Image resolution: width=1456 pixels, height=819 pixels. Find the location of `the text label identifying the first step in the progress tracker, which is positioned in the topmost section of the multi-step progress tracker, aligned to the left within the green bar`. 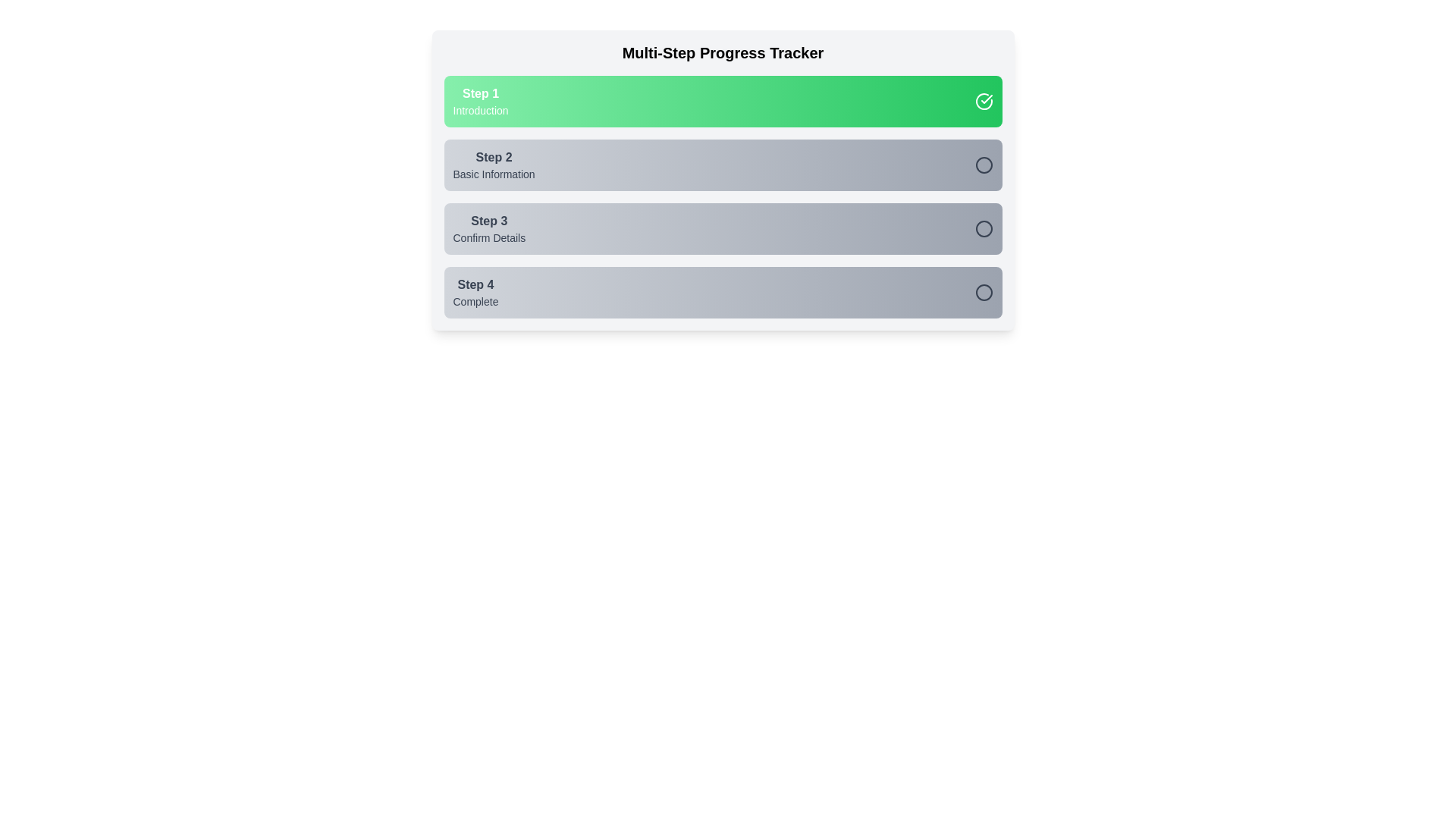

the text label identifying the first step in the progress tracker, which is positioned in the topmost section of the multi-step progress tracker, aligned to the left within the green bar is located at coordinates (480, 93).